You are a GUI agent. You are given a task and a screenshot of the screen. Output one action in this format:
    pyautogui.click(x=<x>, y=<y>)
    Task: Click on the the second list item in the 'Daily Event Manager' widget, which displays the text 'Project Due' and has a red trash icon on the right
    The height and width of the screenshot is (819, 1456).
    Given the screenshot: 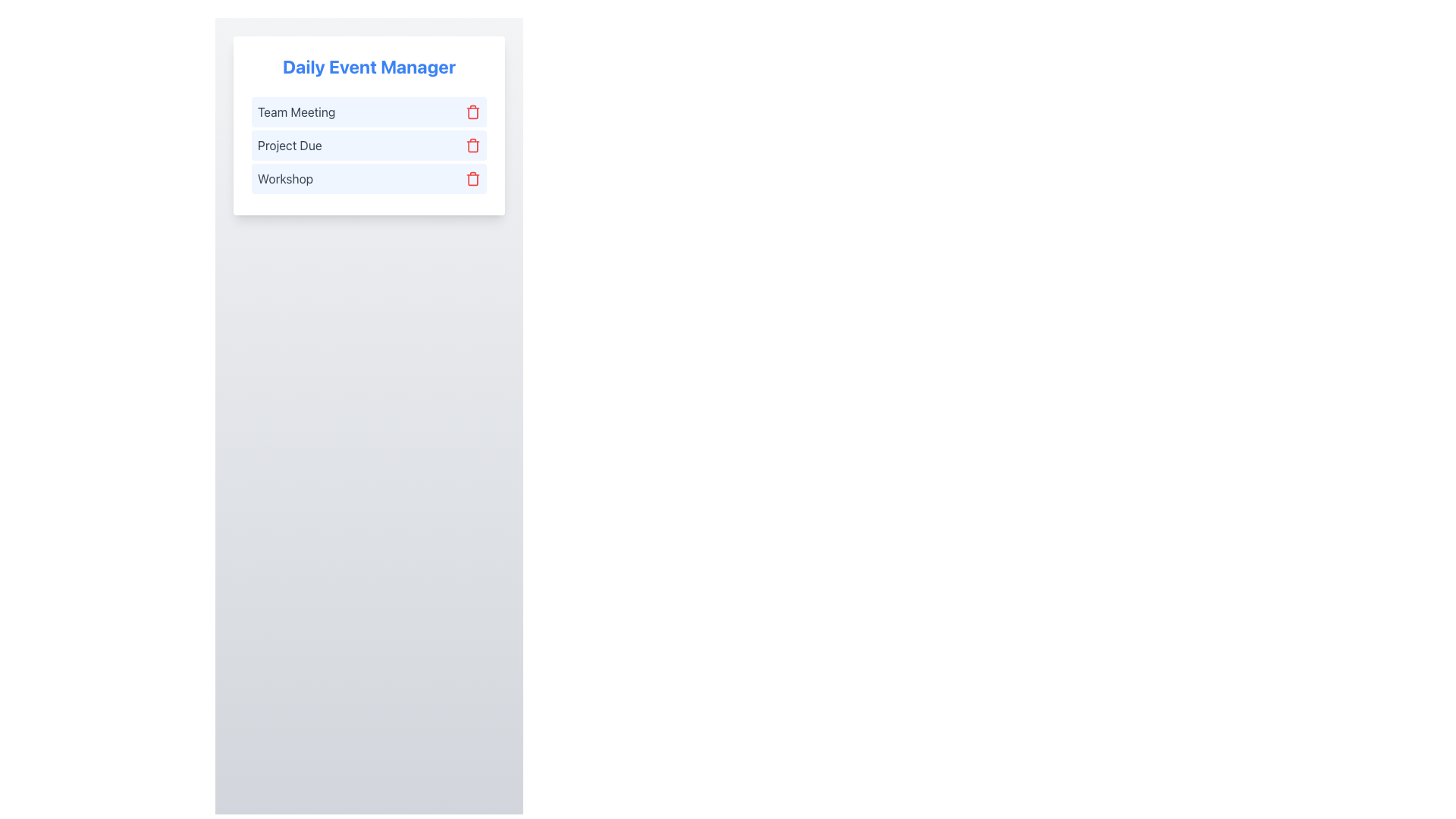 What is the action you would take?
    pyautogui.click(x=369, y=146)
    